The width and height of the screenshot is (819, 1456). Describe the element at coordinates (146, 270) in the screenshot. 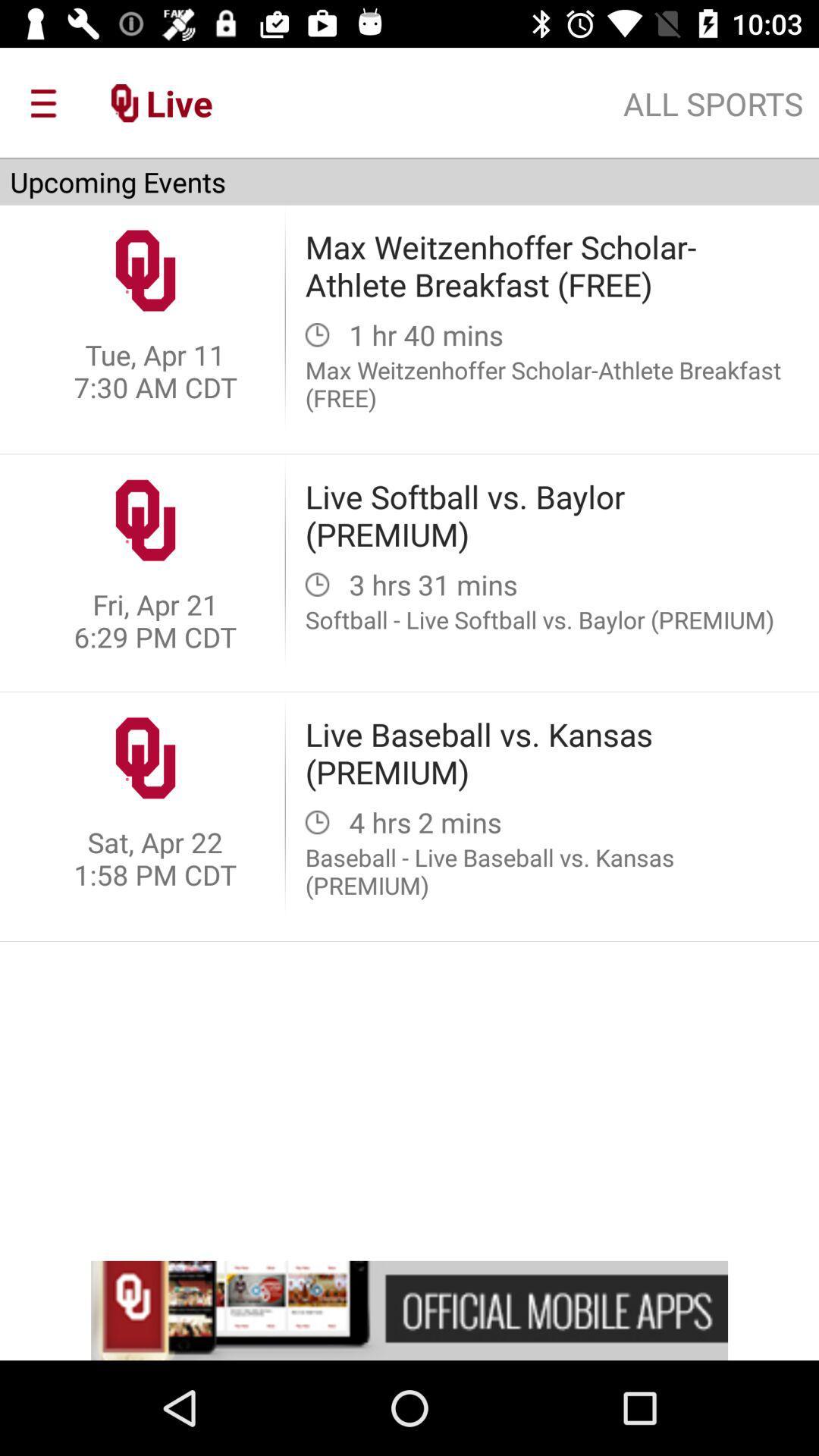

I see `the first logo under upcoming events` at that location.